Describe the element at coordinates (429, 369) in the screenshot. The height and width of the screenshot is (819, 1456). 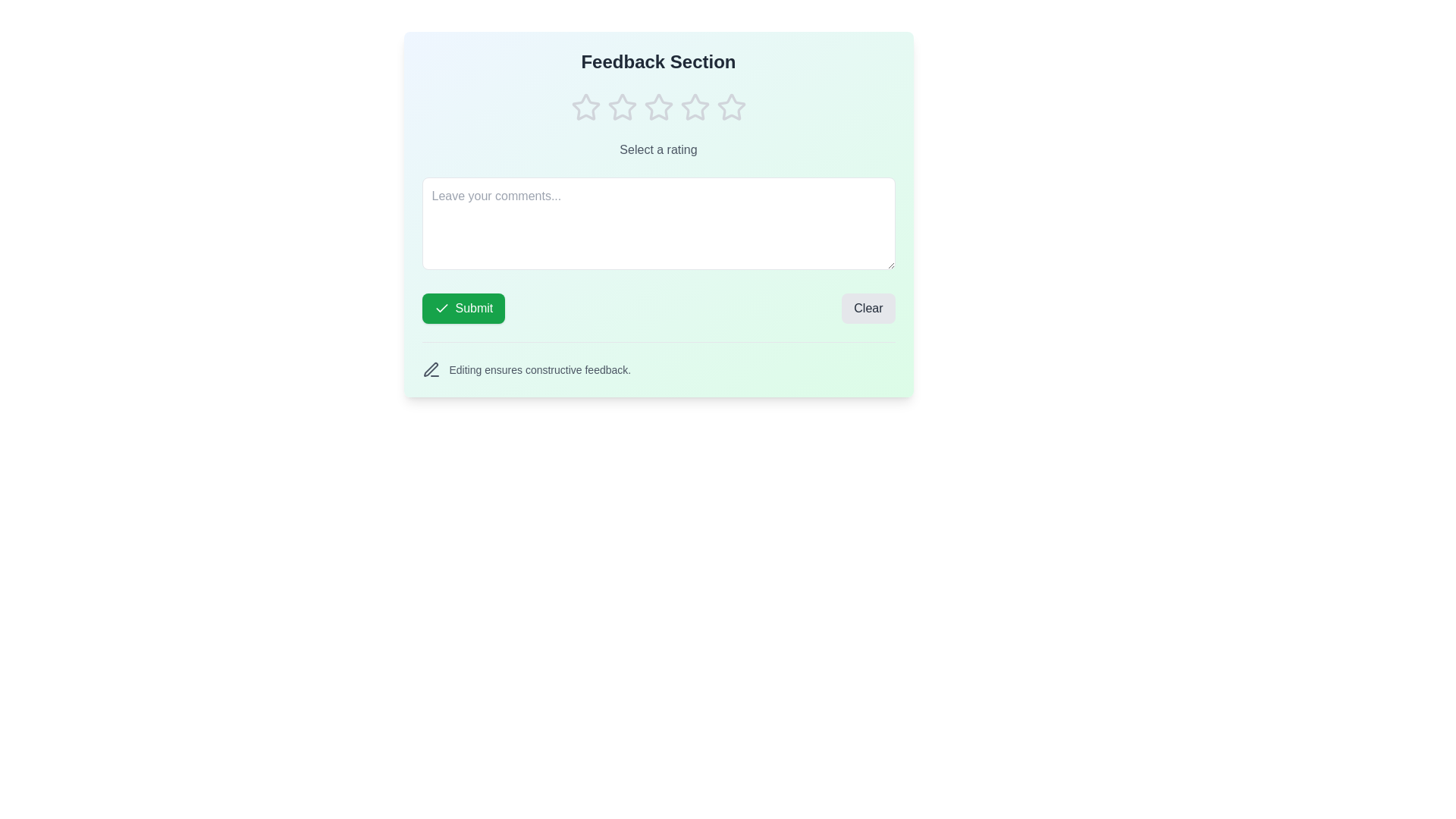
I see `the pen-shaped icon located in the feedback section` at that location.